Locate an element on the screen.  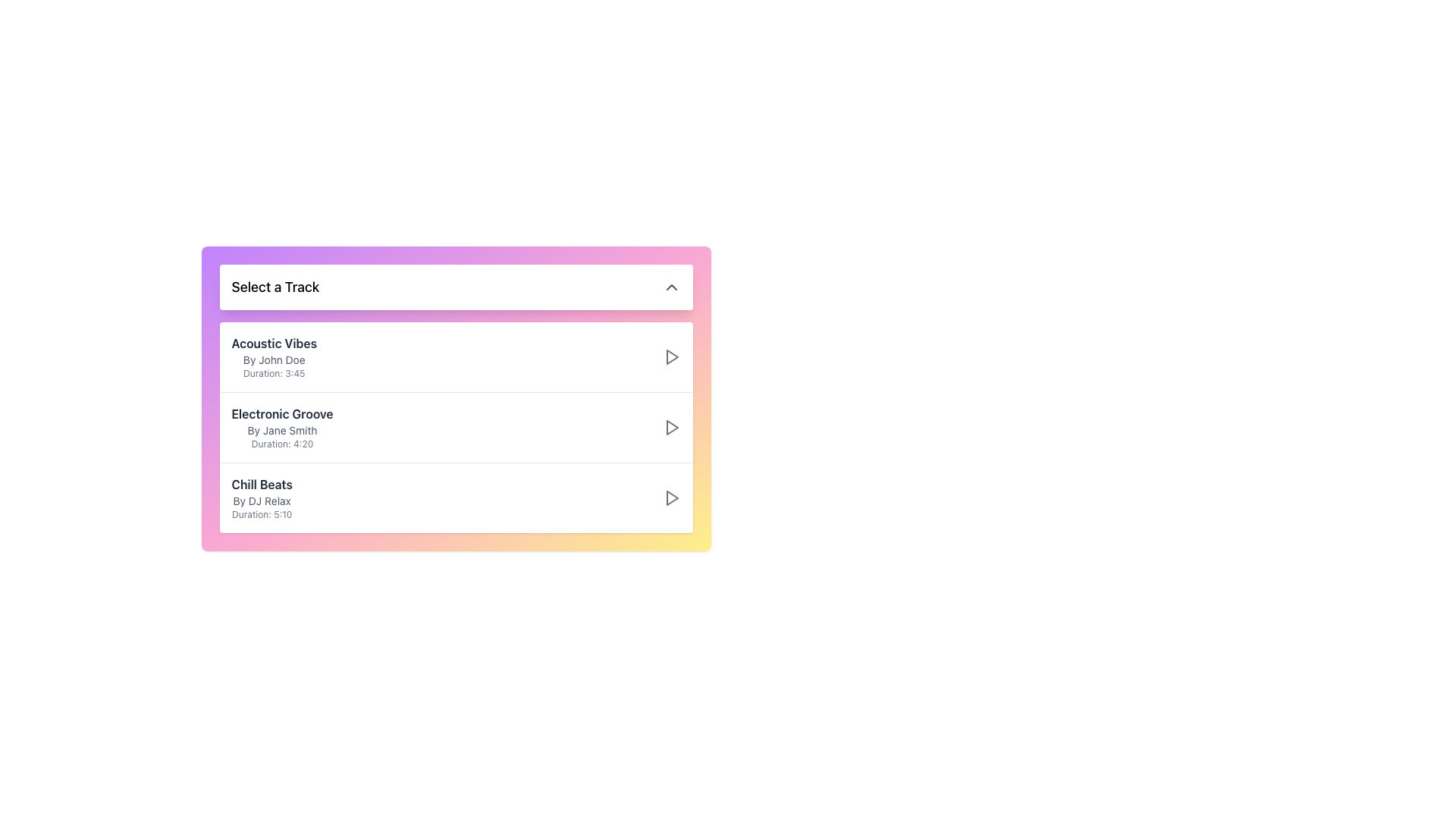
the play button for the track labeled 'Acoustic Vibes' located at the far-right side of the first row under the section heading 'Select a Track' is located at coordinates (670, 356).